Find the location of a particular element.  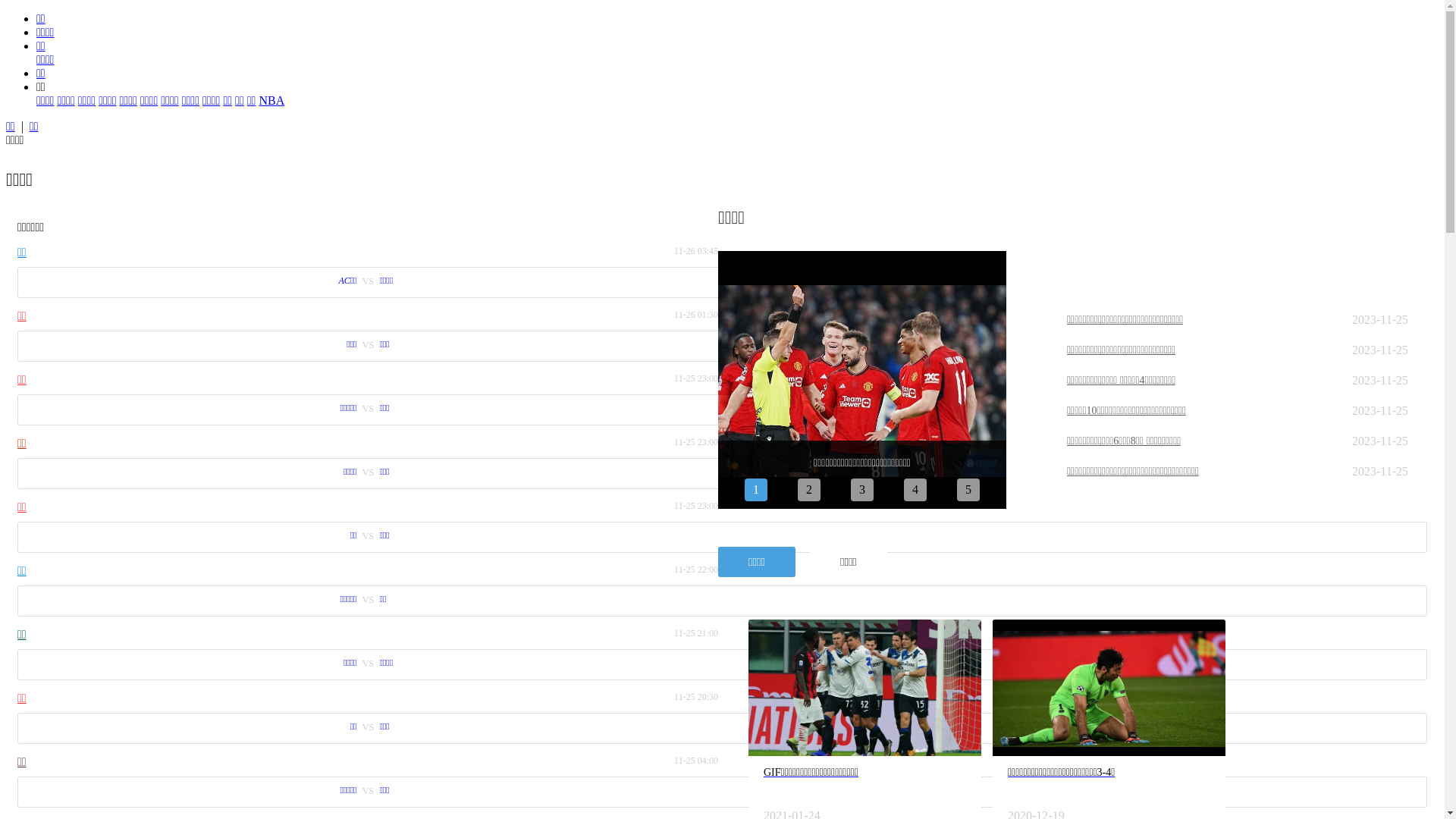

'NBA' is located at coordinates (271, 100).